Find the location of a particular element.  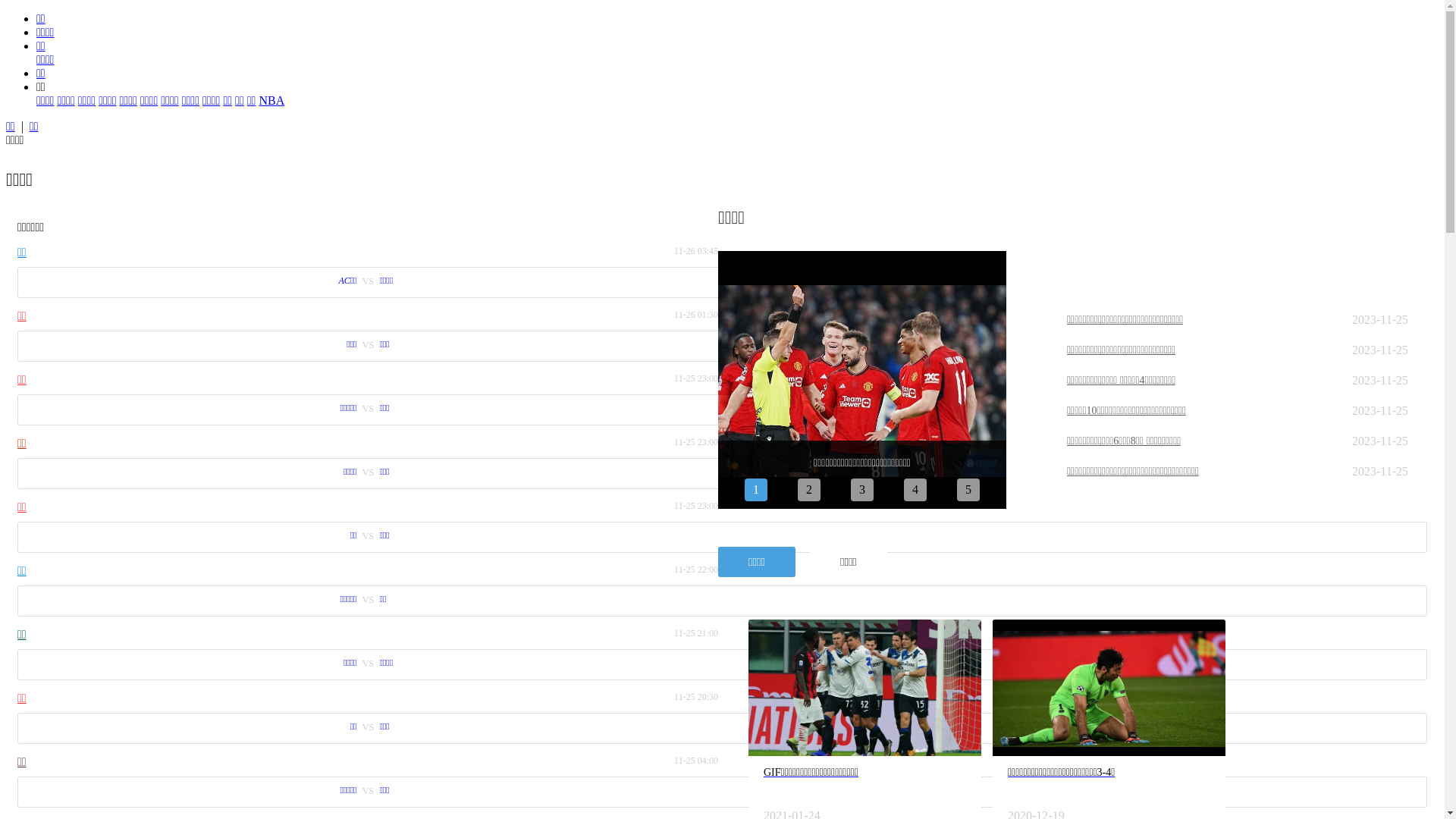

'NBA' is located at coordinates (271, 100).